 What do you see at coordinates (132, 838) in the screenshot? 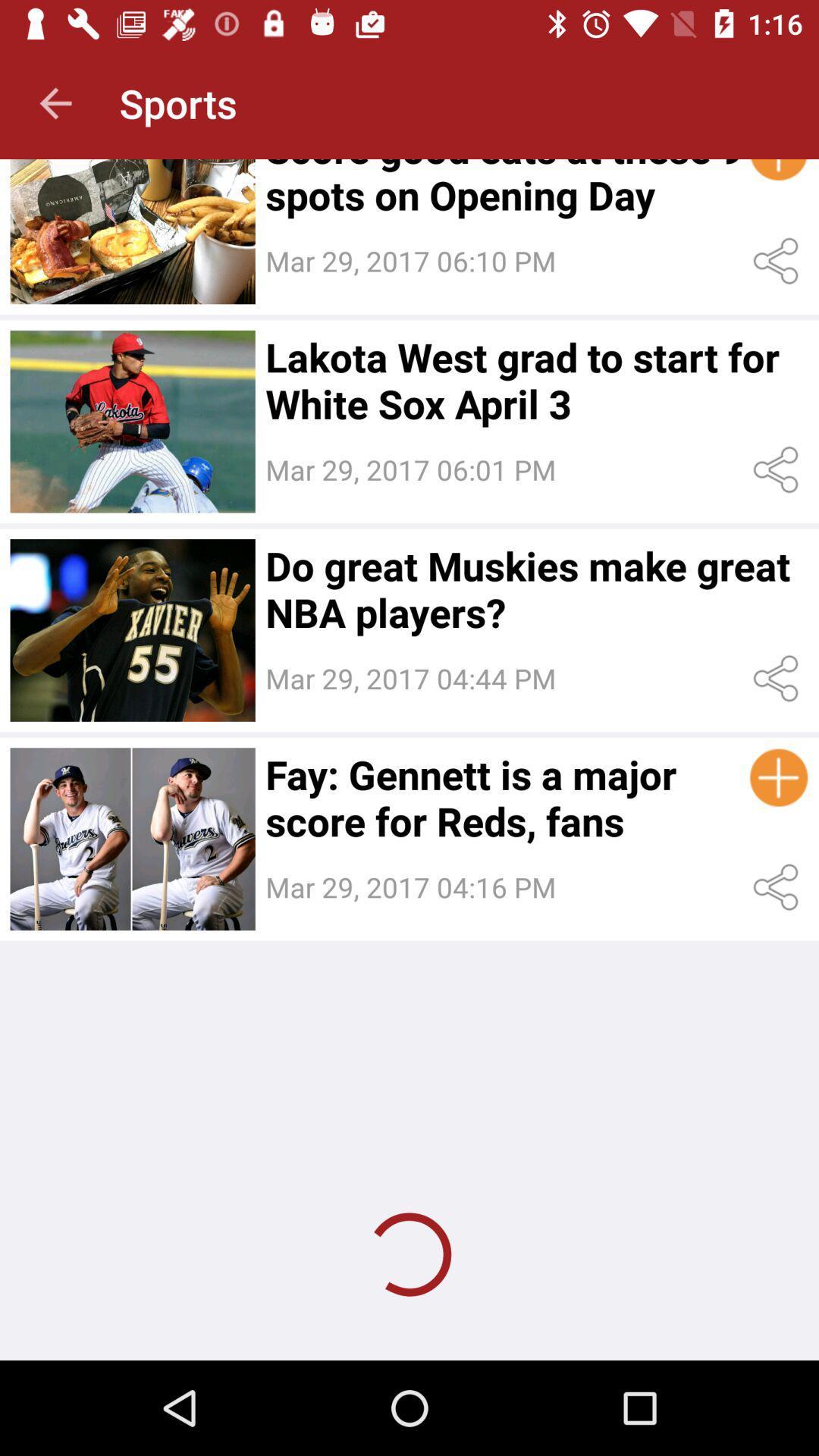
I see `article` at bounding box center [132, 838].